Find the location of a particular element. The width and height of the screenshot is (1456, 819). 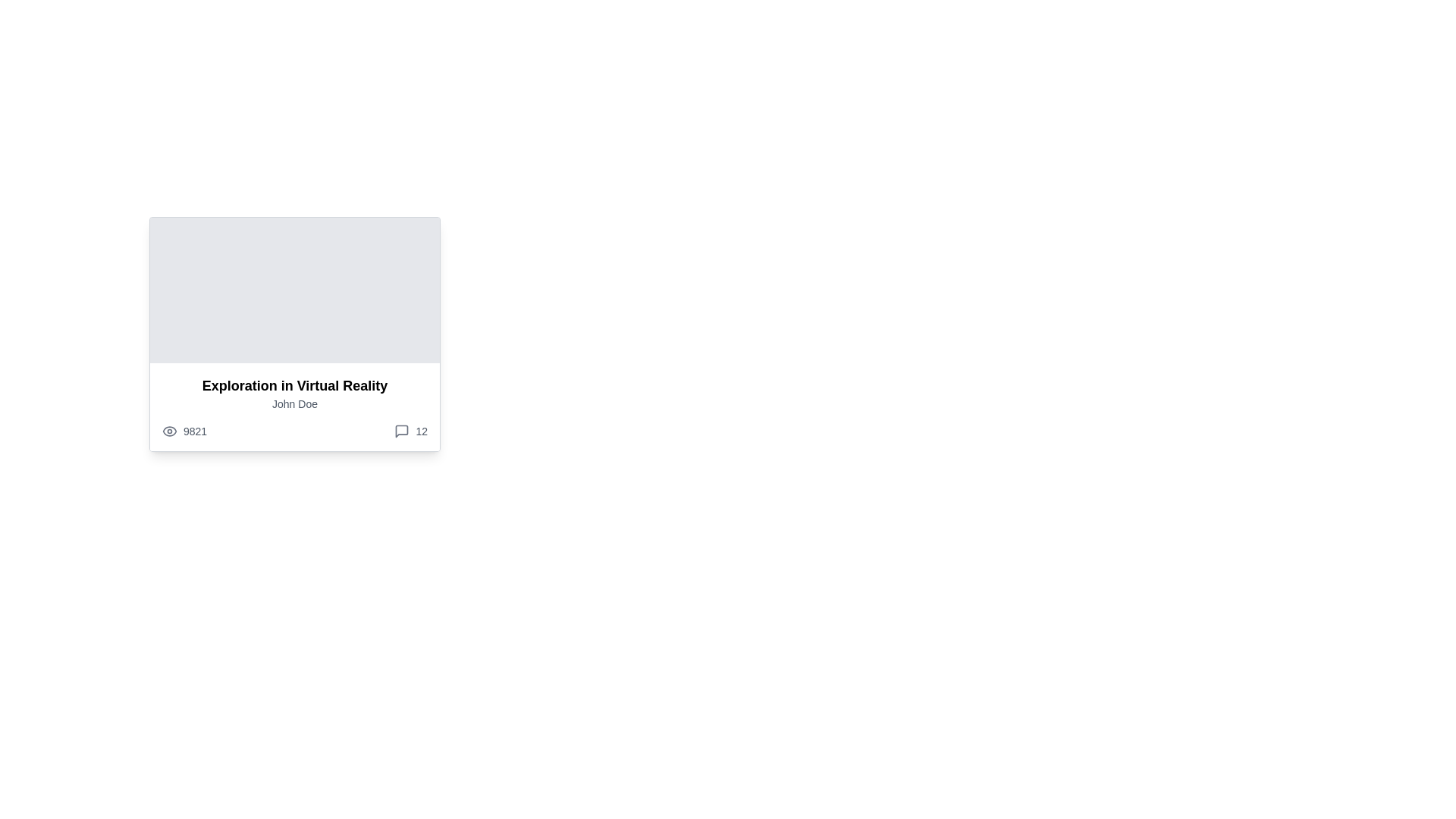

the decorative icon located in the bottom right section of the card beneath the text 'Exploration in Virtual Reality - John Doe' is located at coordinates (402, 431).